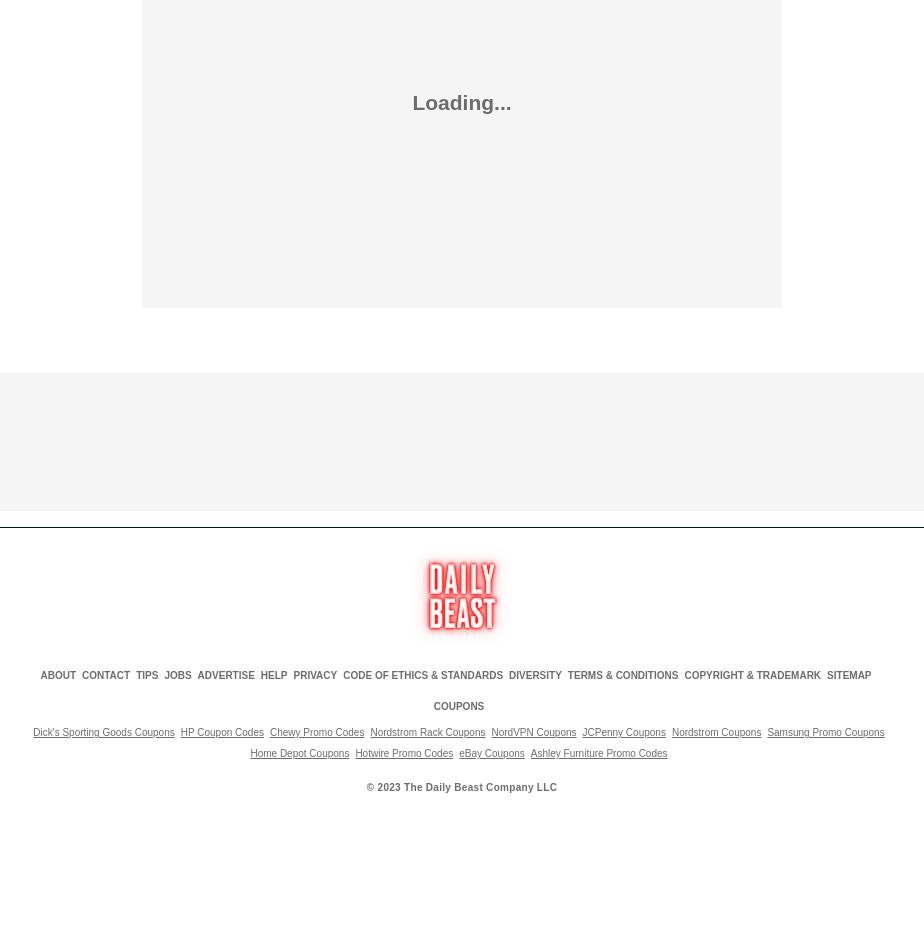  What do you see at coordinates (403, 752) in the screenshot?
I see `'Hotwire Promo Codes'` at bounding box center [403, 752].